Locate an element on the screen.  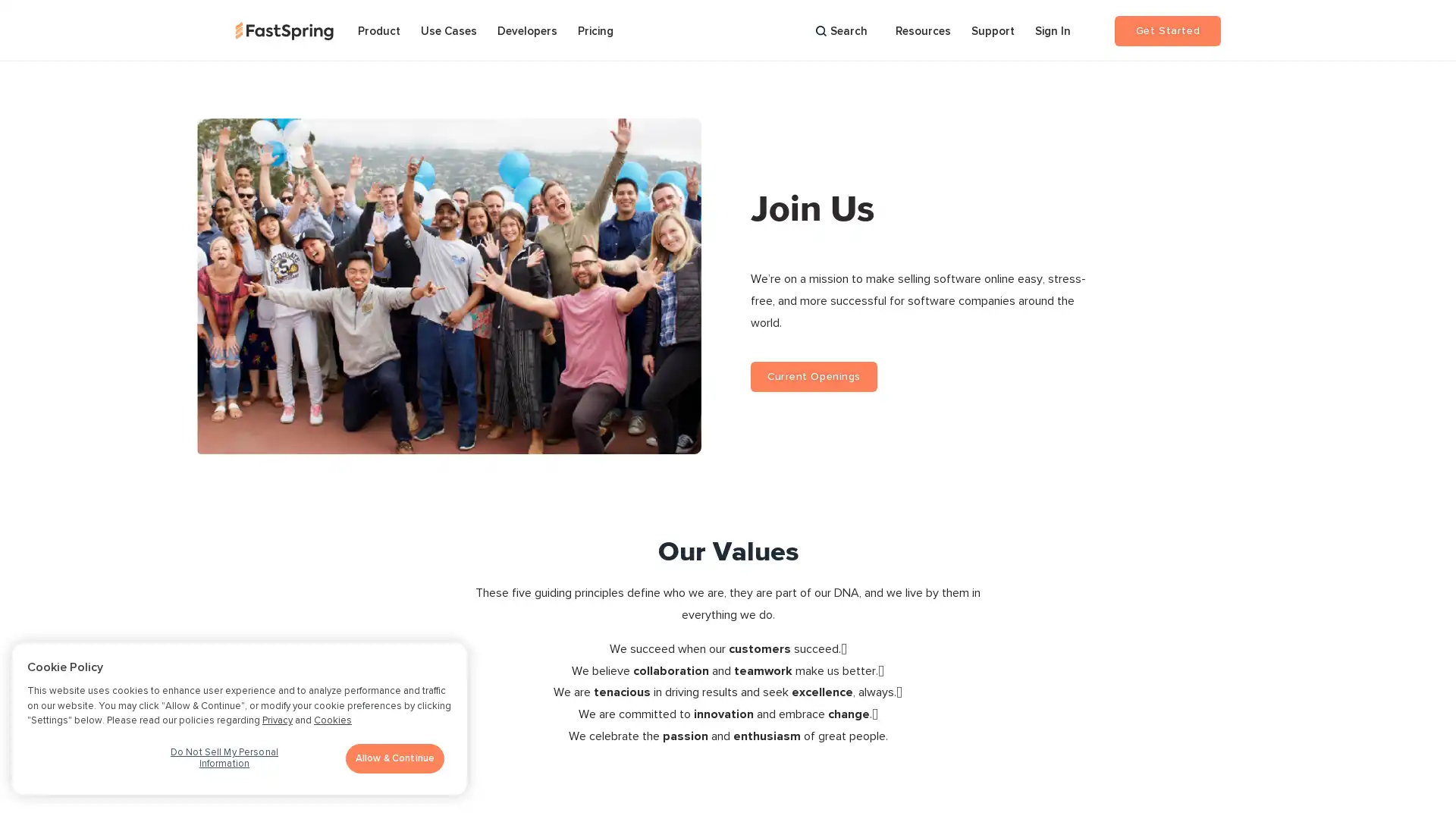
Allow & Continue is located at coordinates (395, 758).